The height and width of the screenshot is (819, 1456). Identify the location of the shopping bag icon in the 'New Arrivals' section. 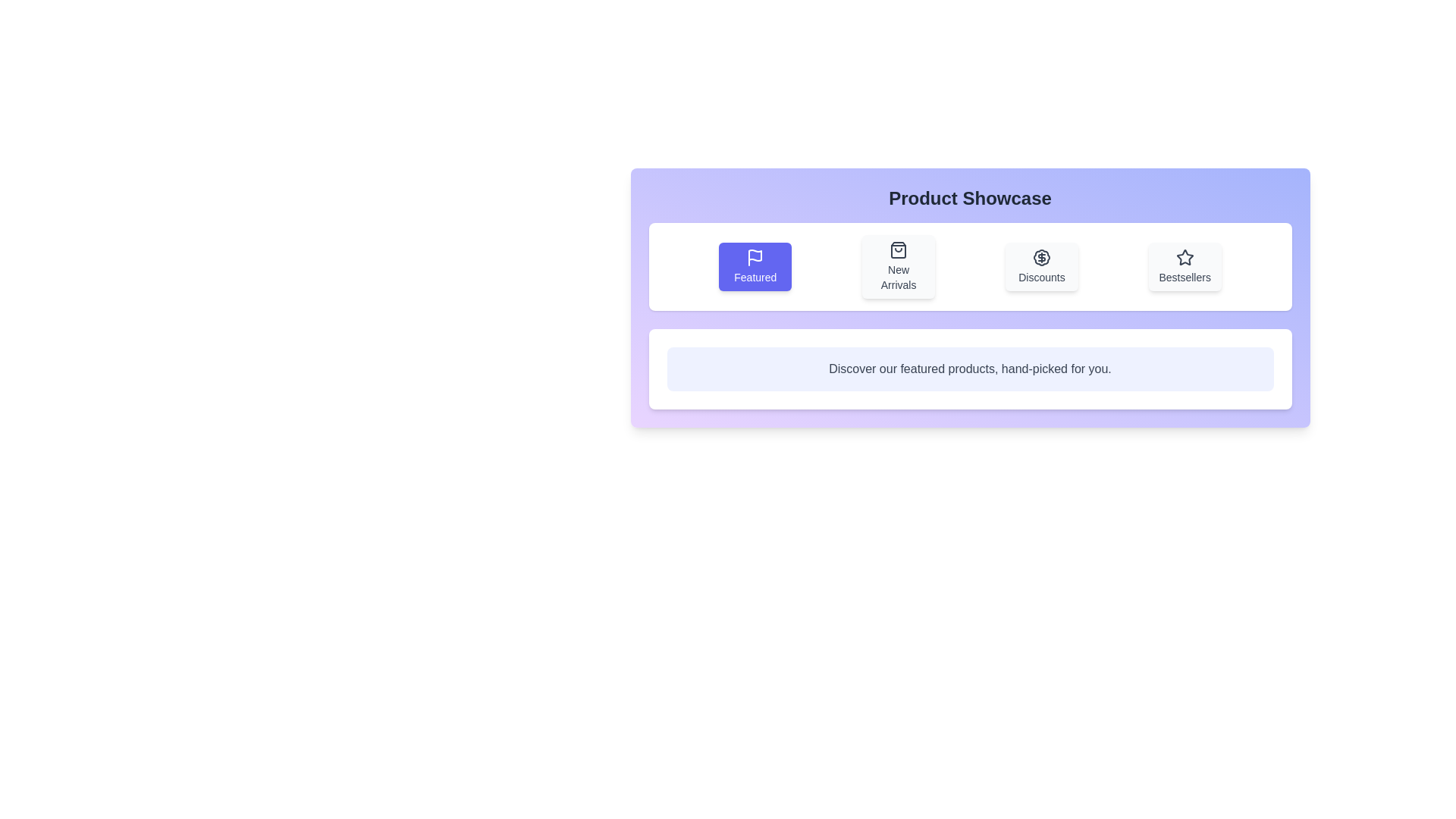
(899, 249).